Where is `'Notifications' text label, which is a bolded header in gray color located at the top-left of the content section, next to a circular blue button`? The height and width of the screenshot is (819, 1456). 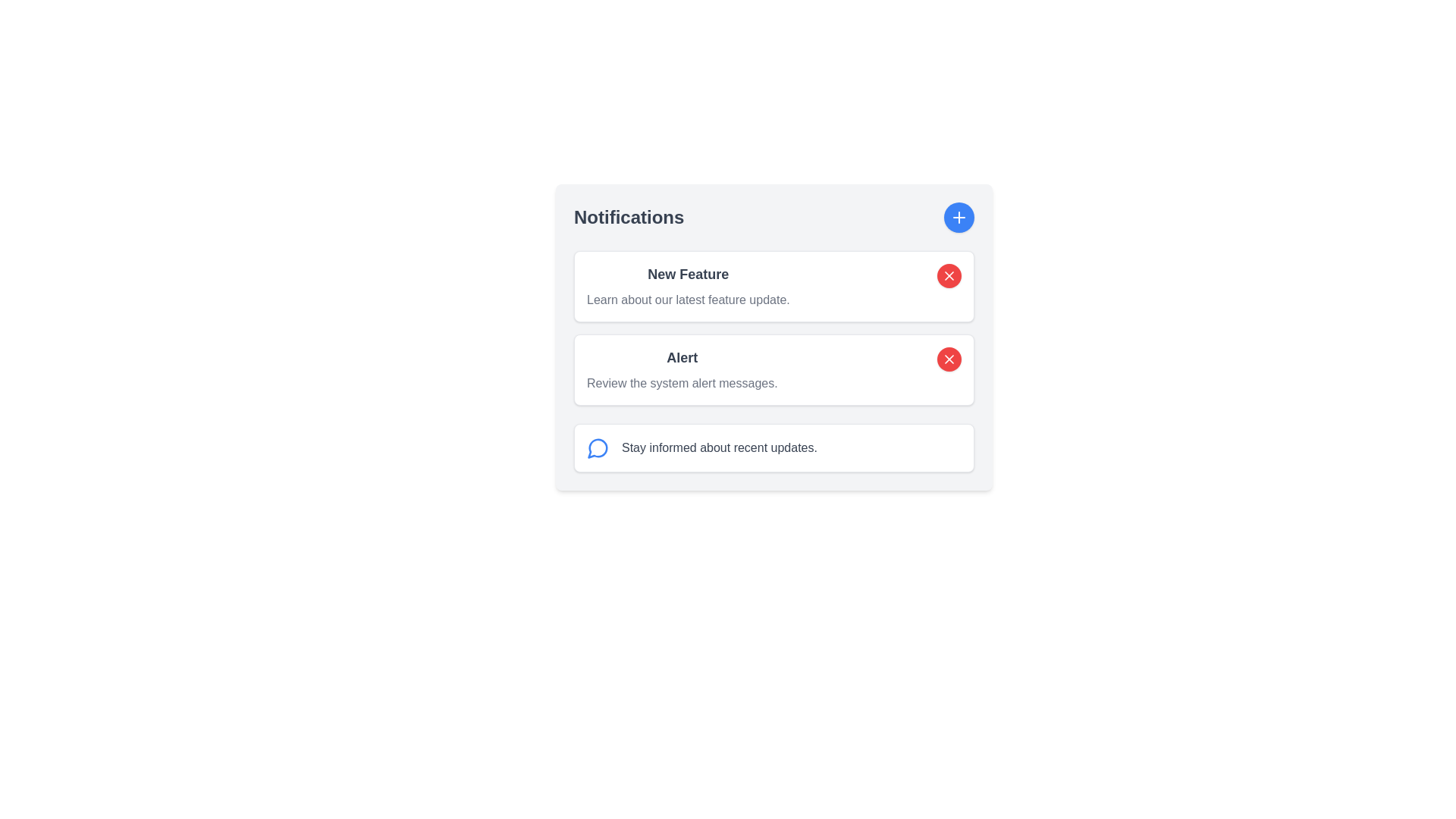
'Notifications' text label, which is a bolded header in gray color located at the top-left of the content section, next to a circular blue button is located at coordinates (629, 217).